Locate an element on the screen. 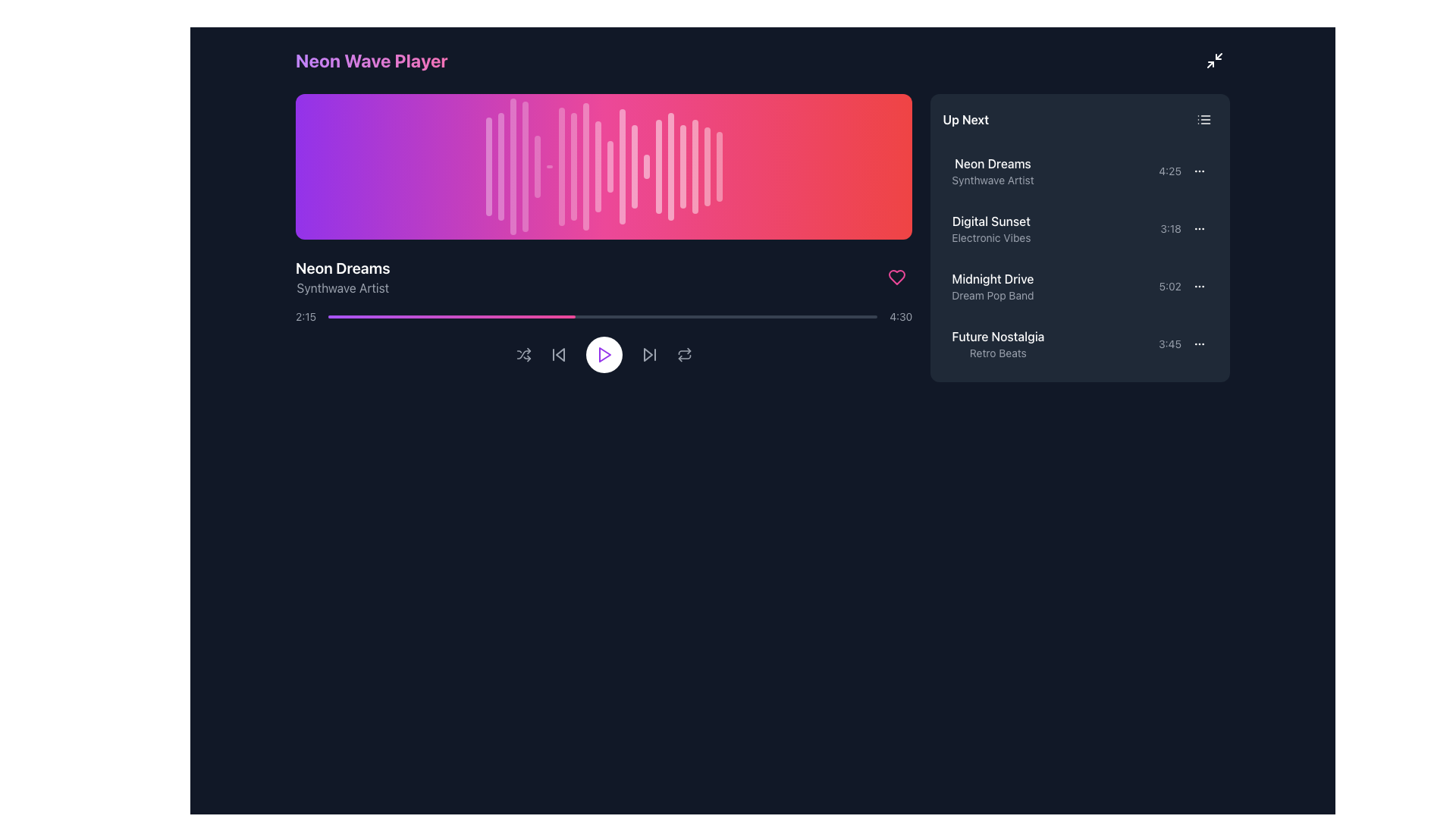  the minimize/resize button located at the top-right corner of the interface, aligned with the heading 'Neon Wave Player' is located at coordinates (1215, 60).